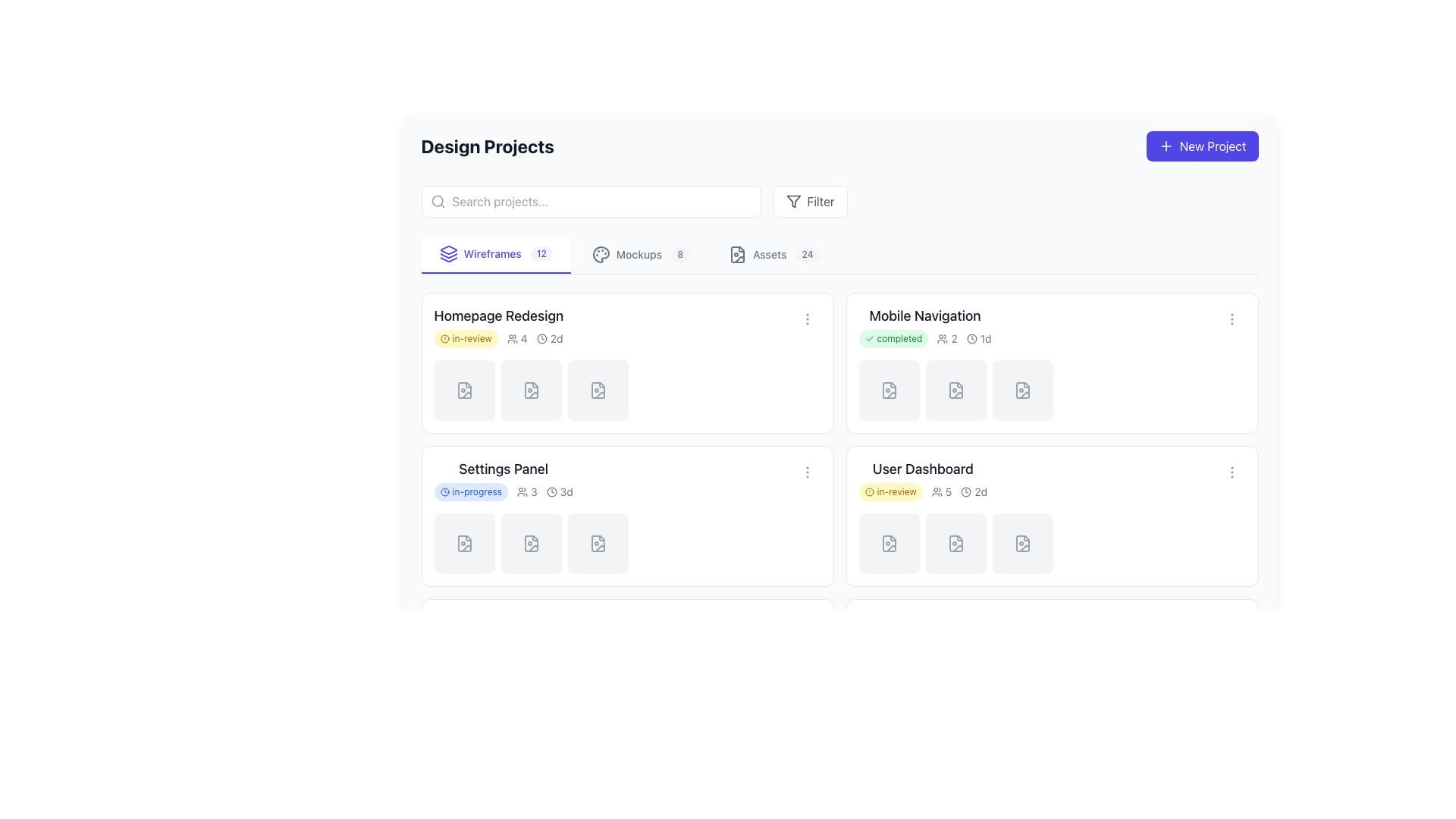  I want to click on the status represented by the Status Badge located in the bottom right quadrant of the User Dashboard card, under the card's title, next to a user icon and team member count, so click(890, 491).